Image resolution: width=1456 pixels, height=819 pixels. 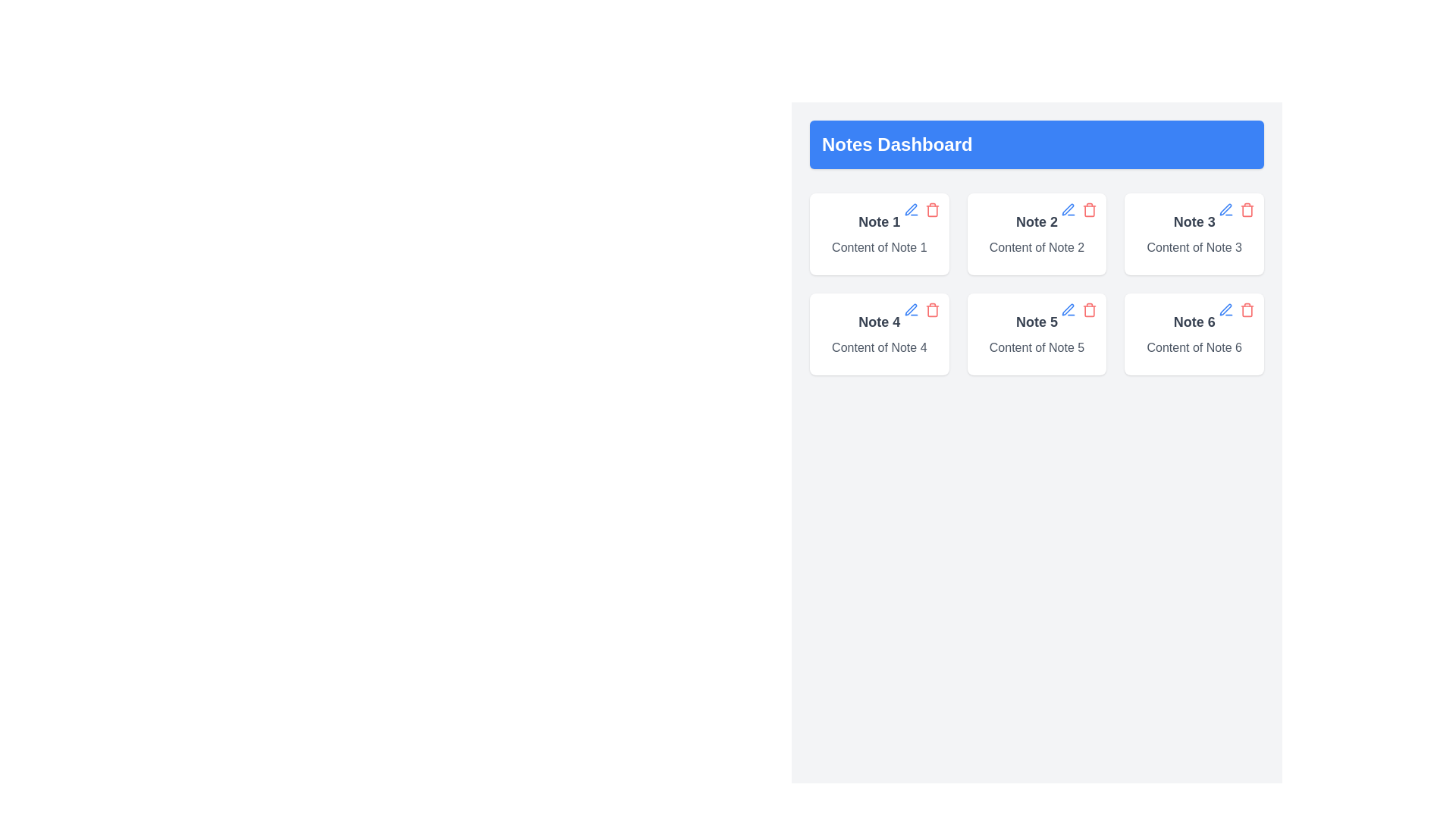 What do you see at coordinates (879, 234) in the screenshot?
I see `the first Card component in the Notes Dashboard grid, which provides quick access to a note's title and description` at bounding box center [879, 234].